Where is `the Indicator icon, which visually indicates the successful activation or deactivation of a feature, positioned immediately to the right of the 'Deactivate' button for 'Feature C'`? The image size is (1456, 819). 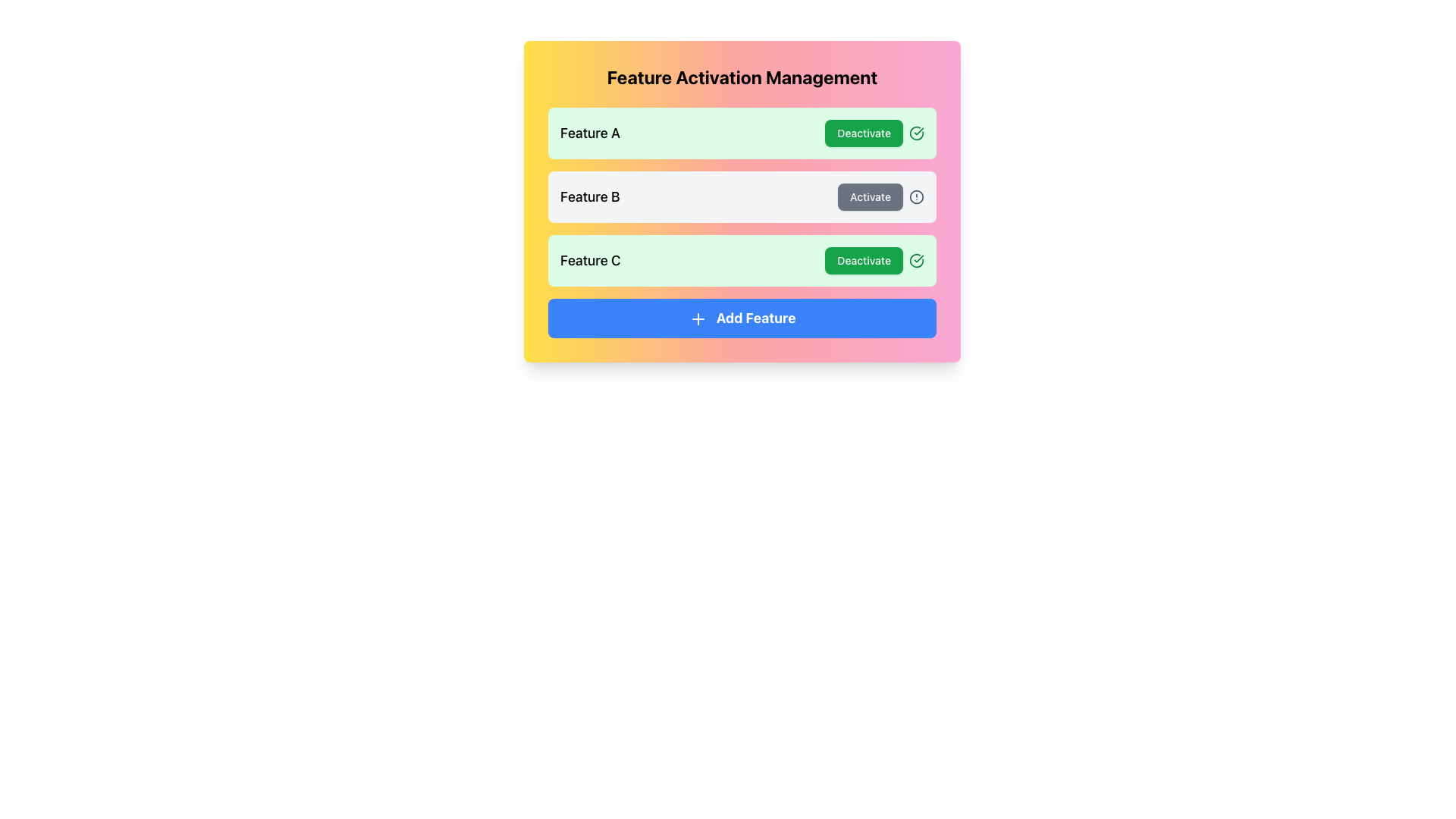
the Indicator icon, which visually indicates the successful activation or deactivation of a feature, positioned immediately to the right of the 'Deactivate' button for 'Feature C' is located at coordinates (916, 133).